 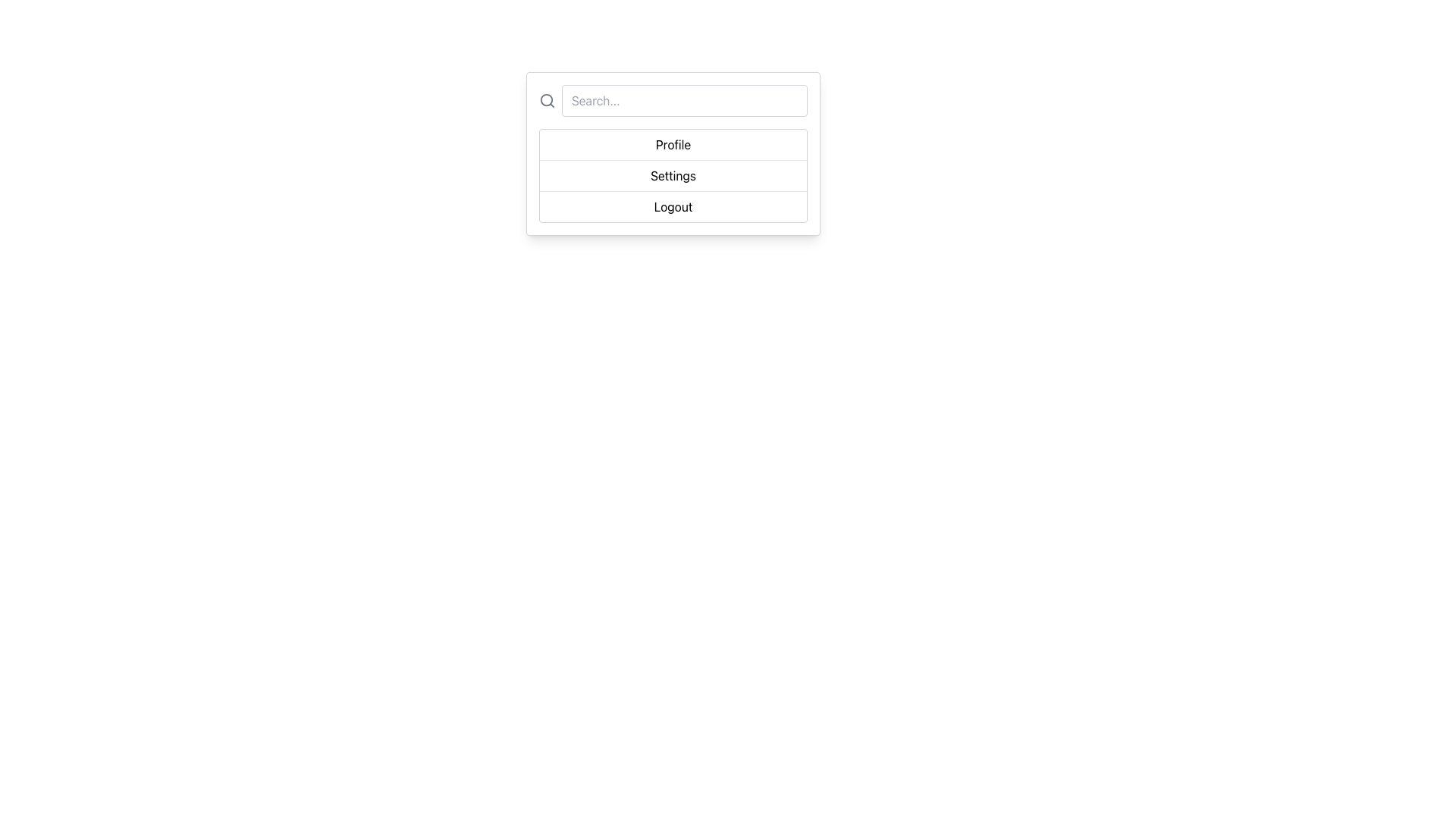 I want to click on the 'Logout' menu option, which is the third item in a vertical list of options styled with padding and displayed in black text on a white background, so click(x=673, y=206).